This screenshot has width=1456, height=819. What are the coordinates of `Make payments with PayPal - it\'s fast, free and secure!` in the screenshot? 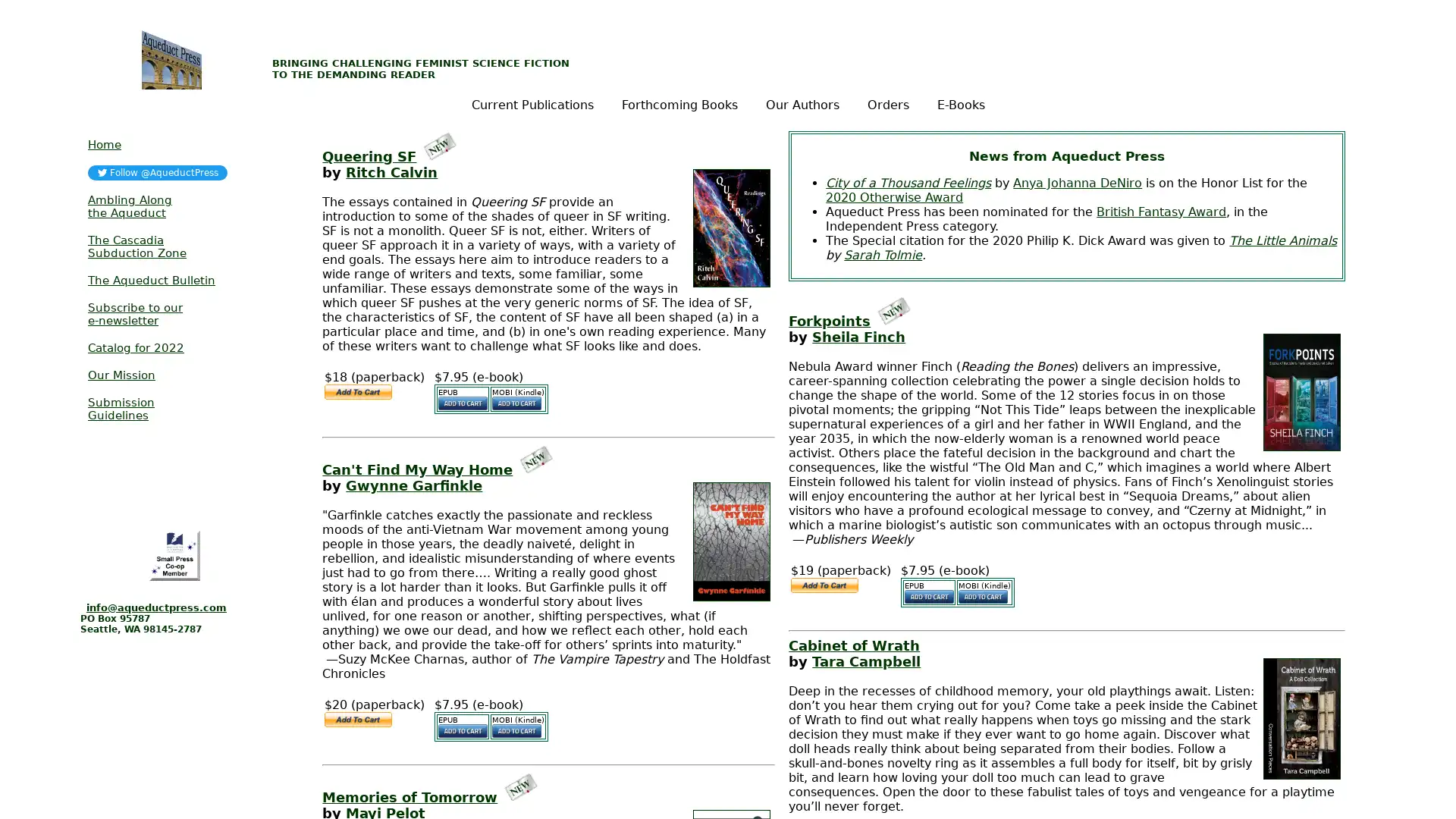 It's located at (356, 718).